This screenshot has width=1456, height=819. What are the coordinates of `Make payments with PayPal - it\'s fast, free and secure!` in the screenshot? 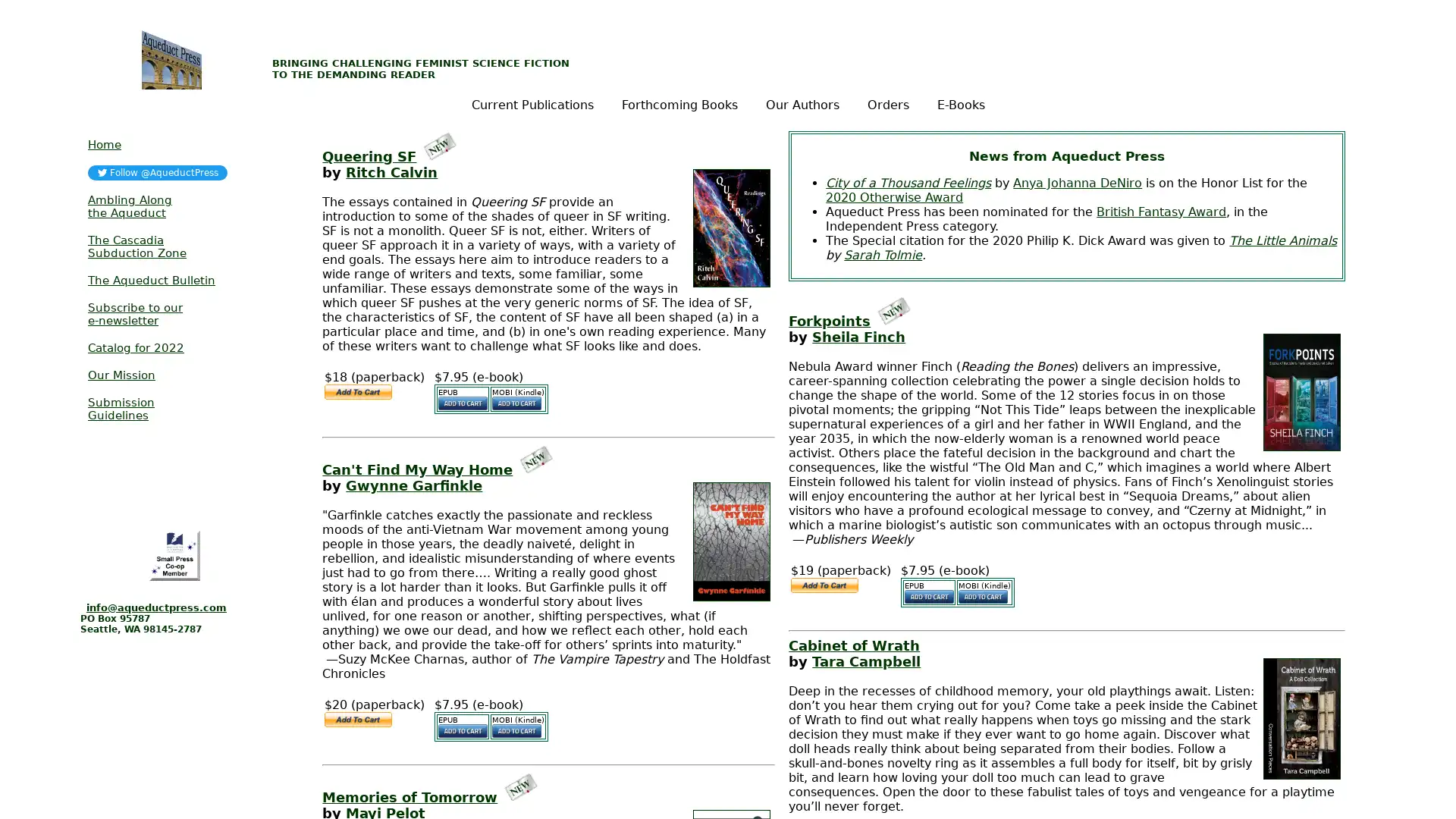 It's located at (356, 718).